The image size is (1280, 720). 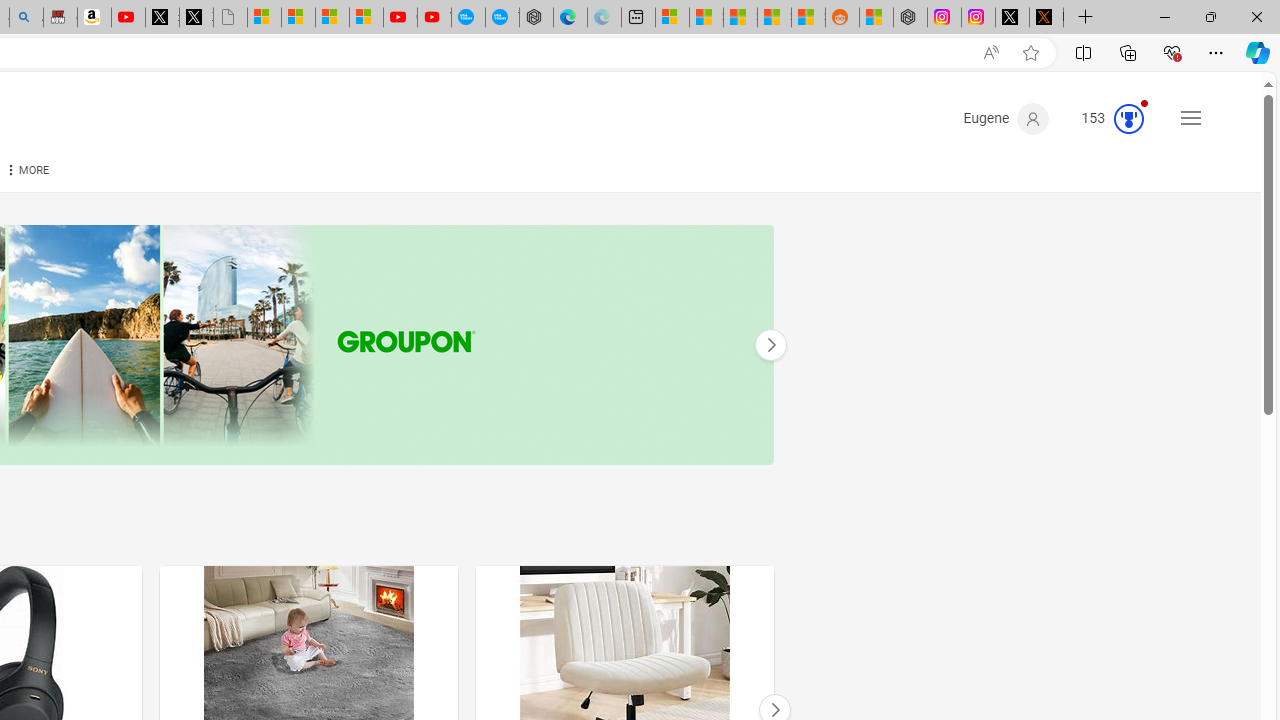 I want to click on 'Collections', so click(x=1128, y=51).